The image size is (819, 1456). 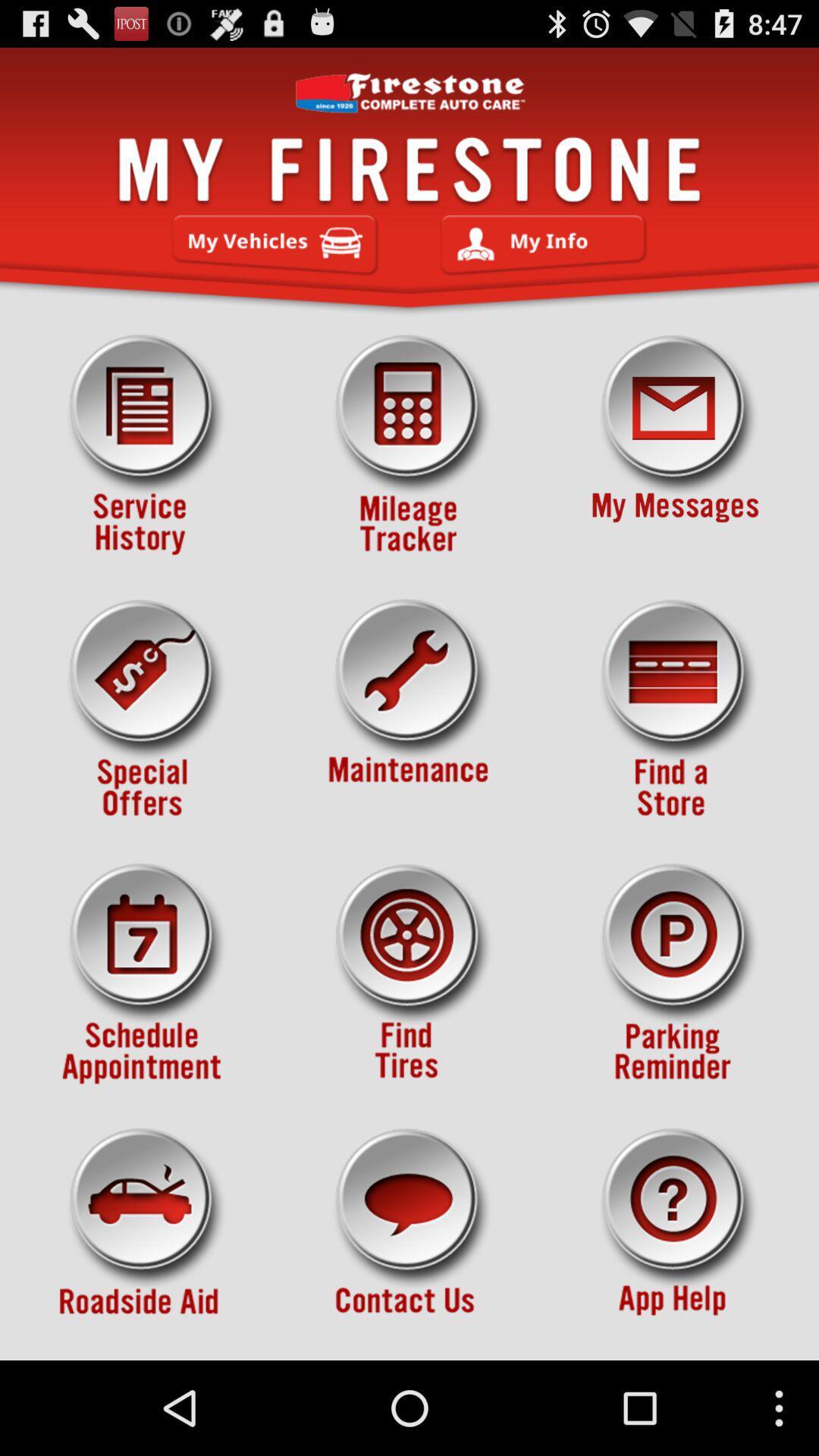 I want to click on the icon at the center, so click(x=409, y=709).